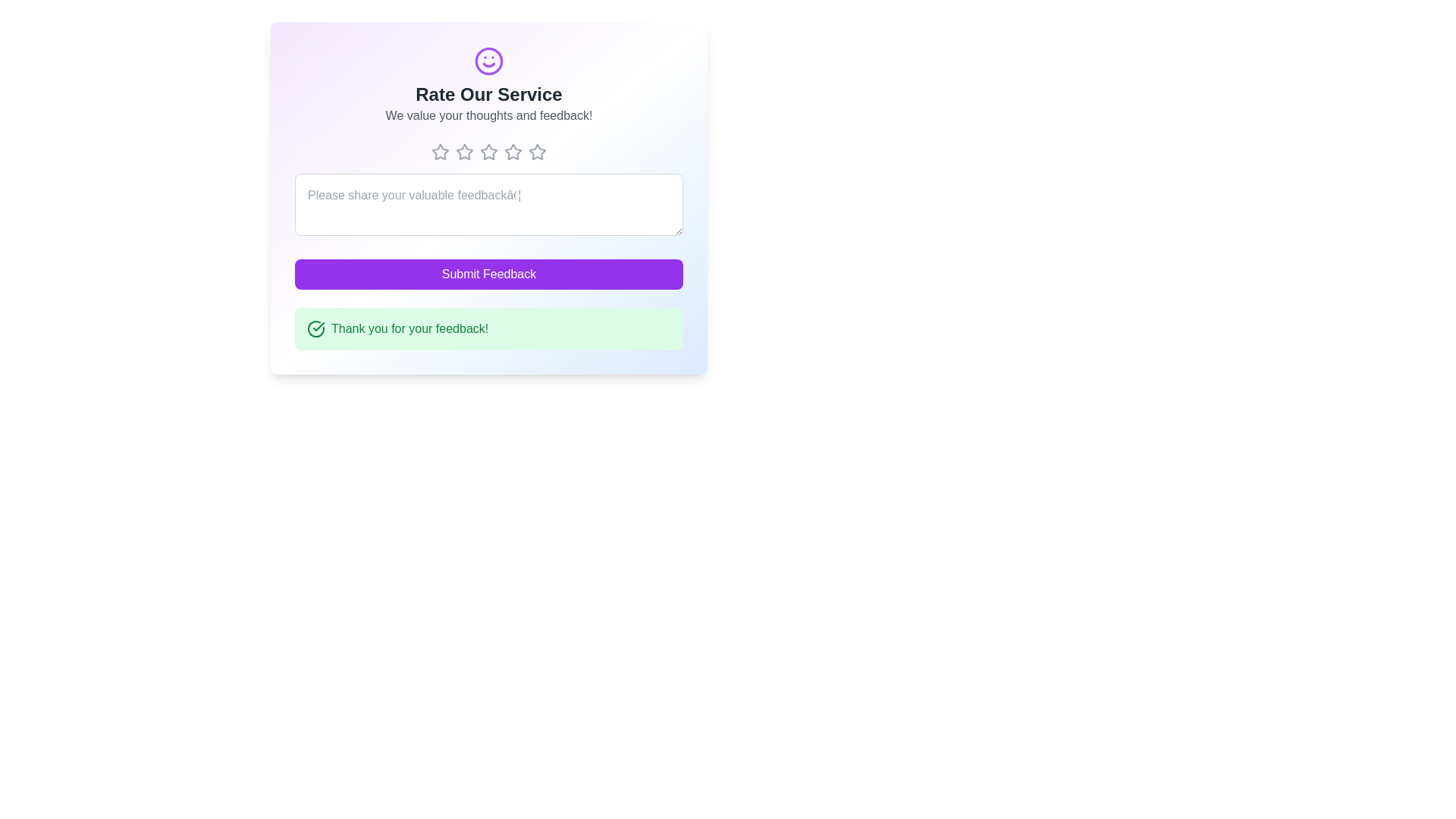 This screenshot has height=819, width=1456. What do you see at coordinates (464, 152) in the screenshot?
I see `the second star icon from the left in the row of rating stars` at bounding box center [464, 152].